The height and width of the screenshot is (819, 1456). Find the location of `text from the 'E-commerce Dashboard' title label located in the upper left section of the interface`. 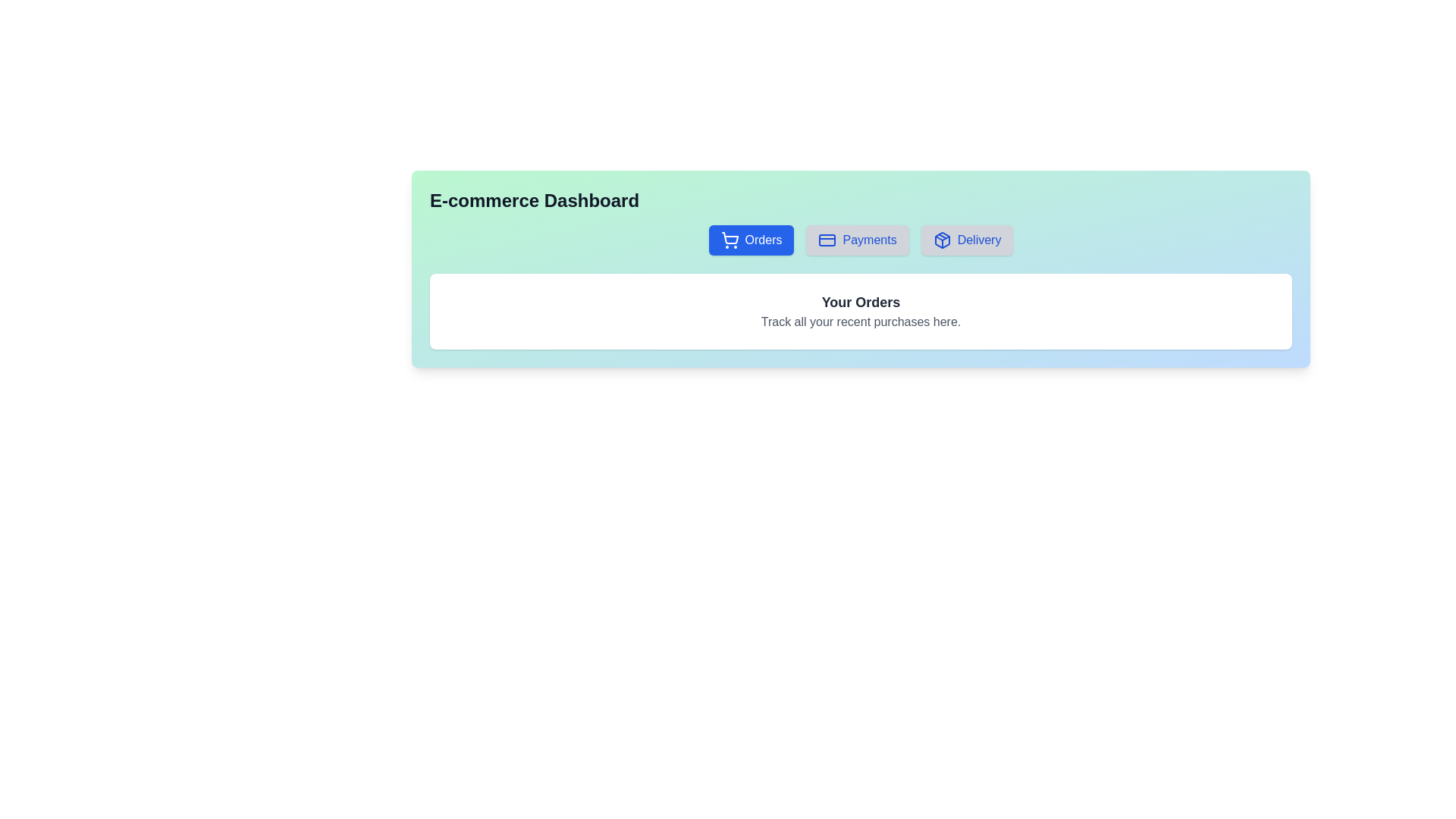

text from the 'E-commerce Dashboard' title label located in the upper left section of the interface is located at coordinates (535, 200).